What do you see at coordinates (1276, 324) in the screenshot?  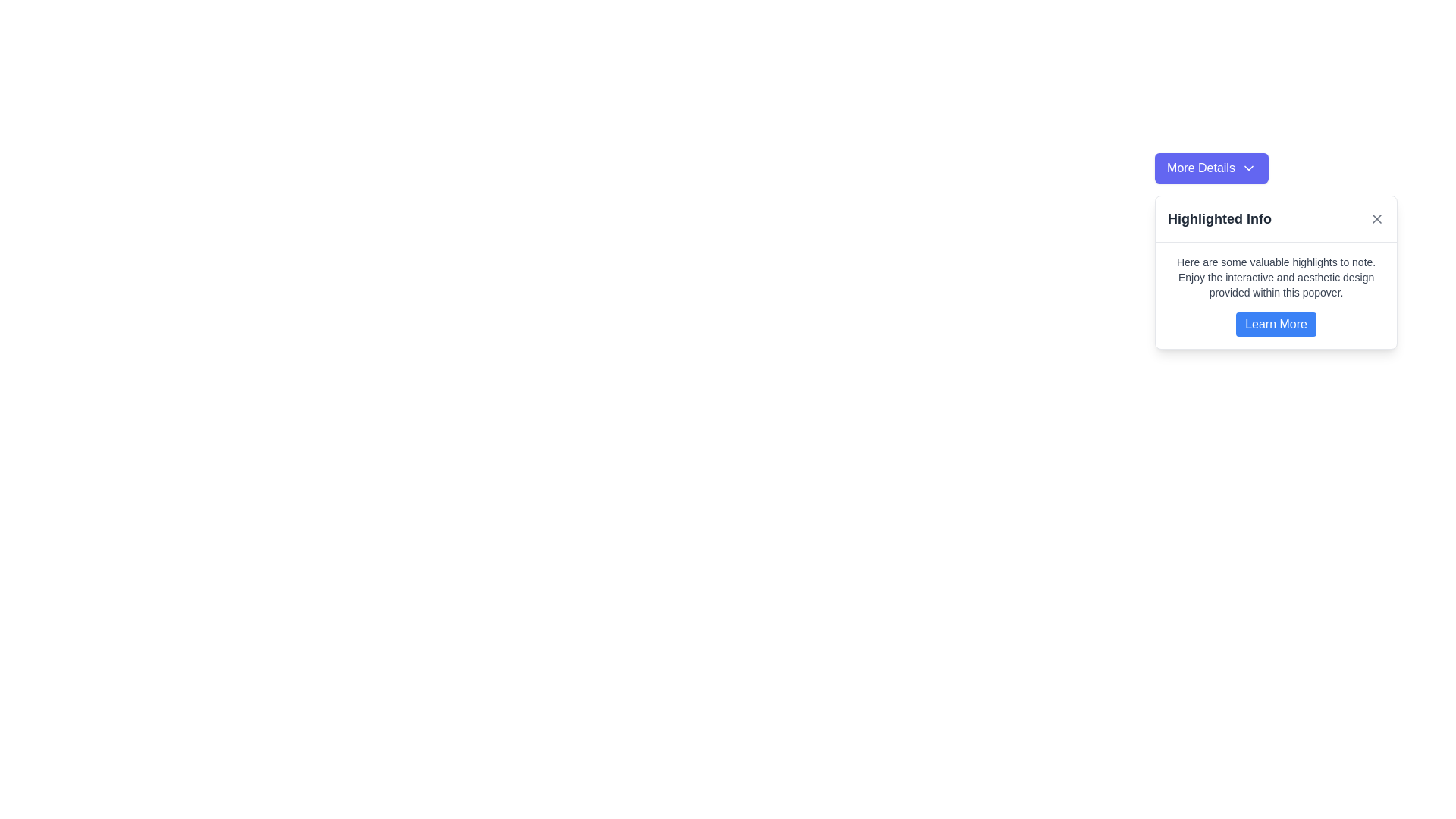 I see `the 'Learn More' button with a blue background and white text located near the bottom center of the 'Highlighted Info' popover` at bounding box center [1276, 324].